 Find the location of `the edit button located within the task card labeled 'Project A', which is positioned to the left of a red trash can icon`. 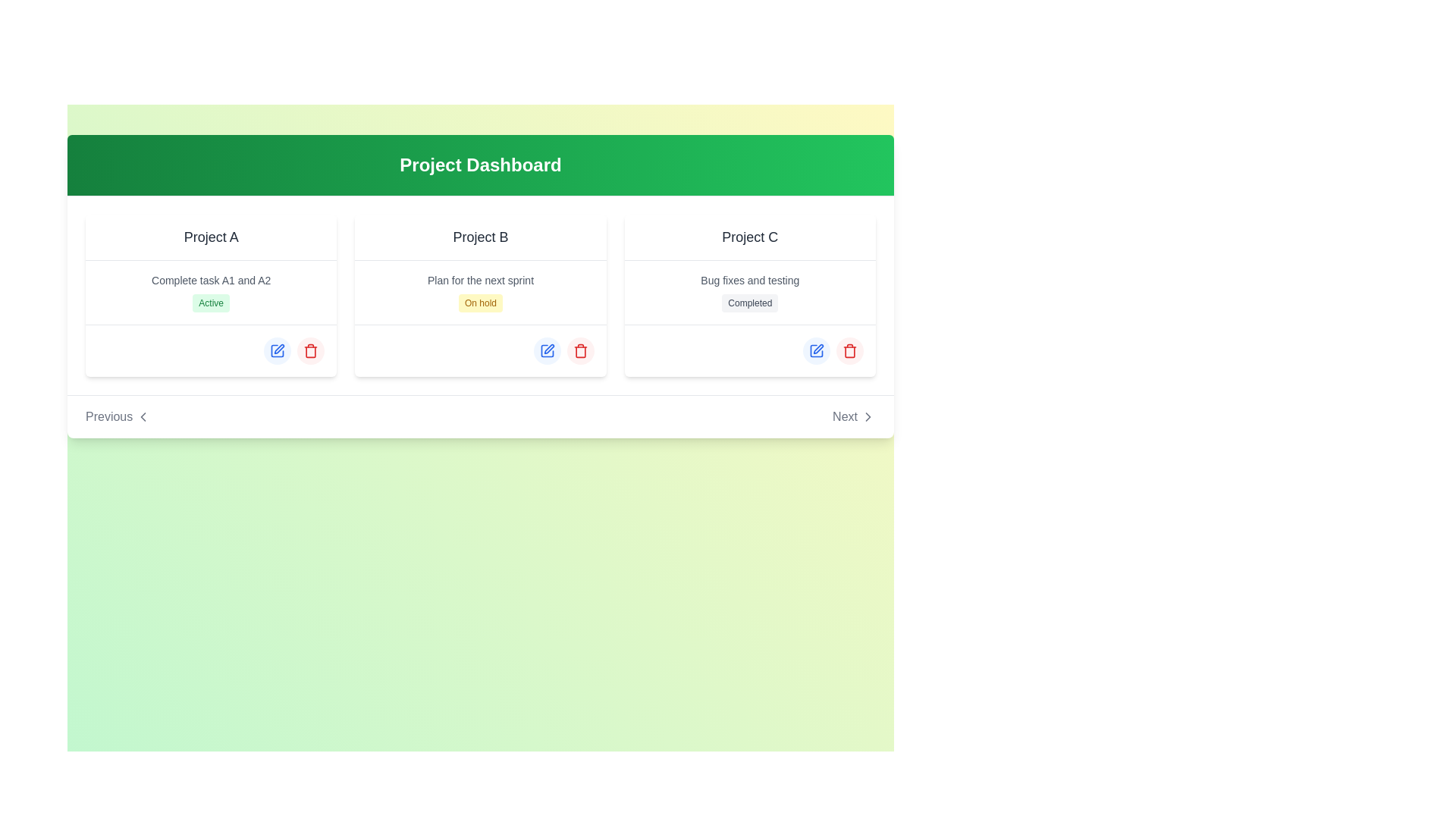

the edit button located within the task card labeled 'Project A', which is positioned to the left of a red trash can icon is located at coordinates (279, 349).